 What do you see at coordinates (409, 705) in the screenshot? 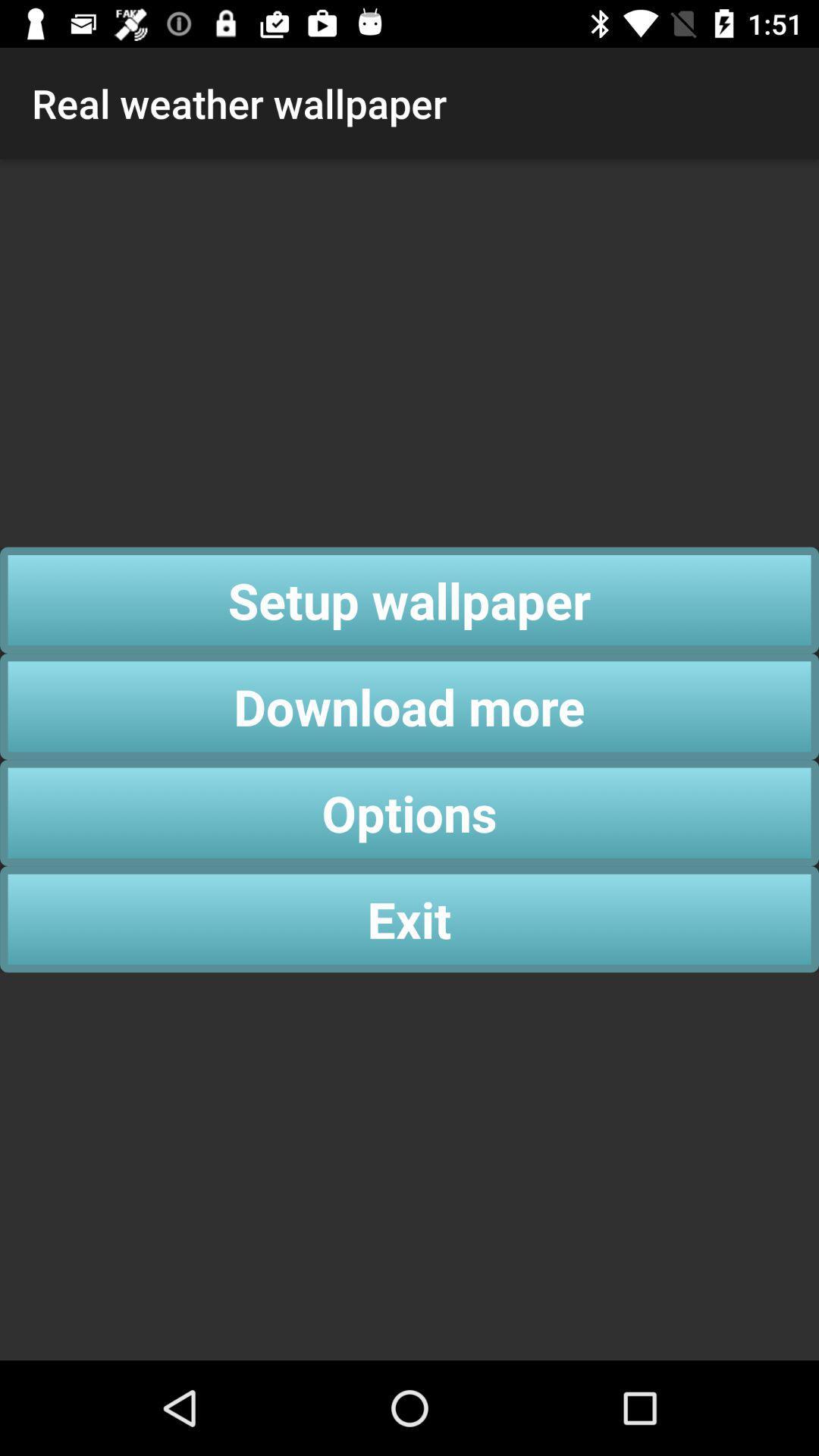
I see `the item below the setup wallpaper icon` at bounding box center [409, 705].